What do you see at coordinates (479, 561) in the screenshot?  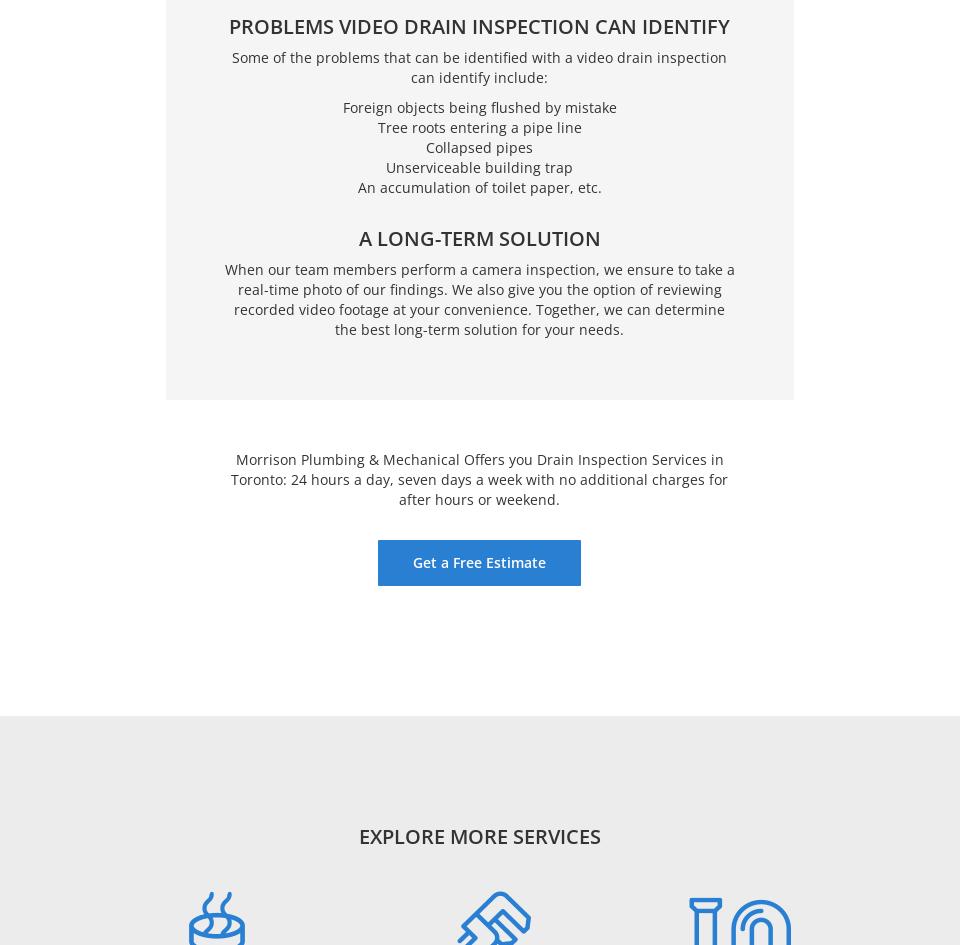 I see `'Get a Free Estimate'` at bounding box center [479, 561].